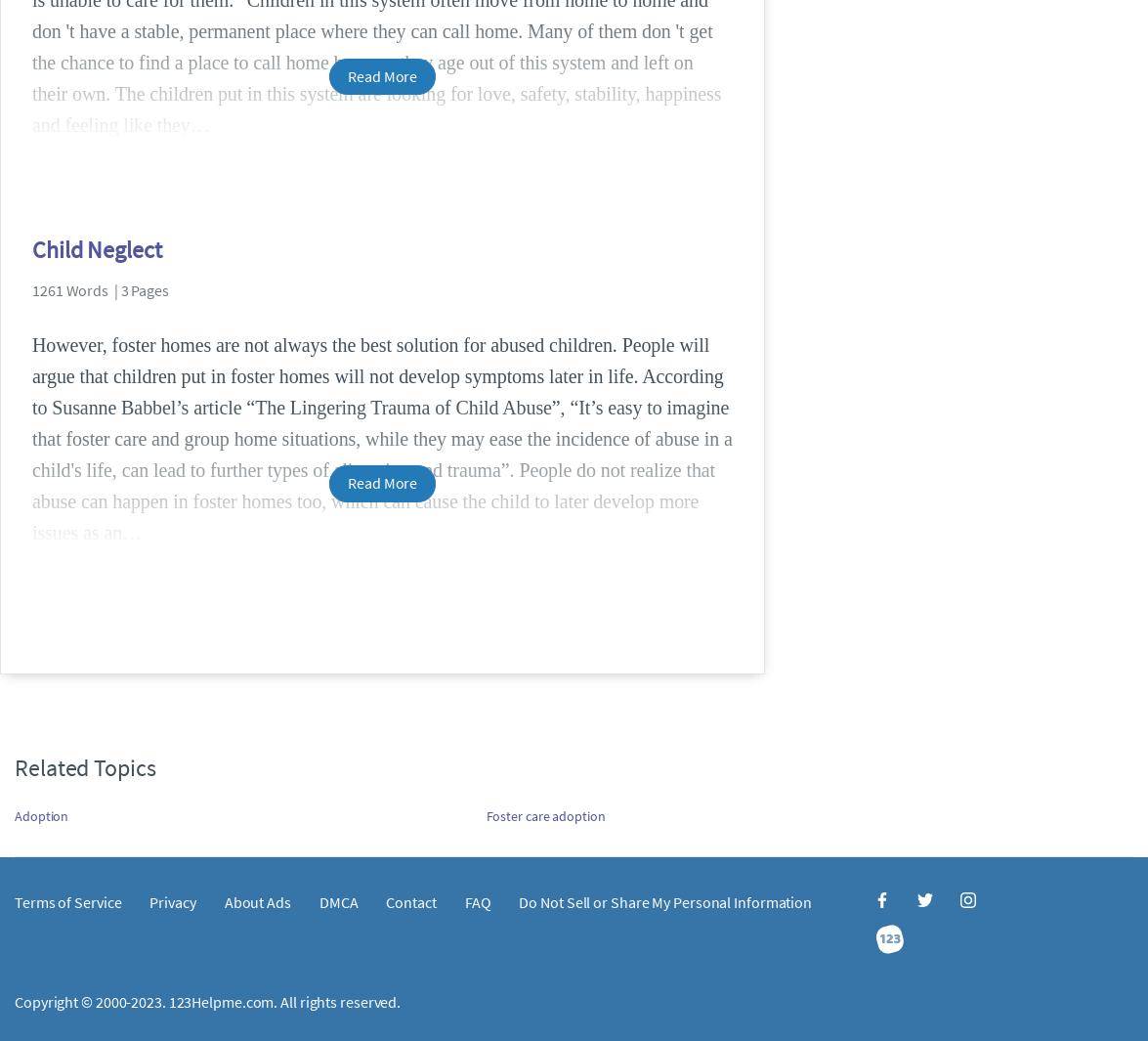 The width and height of the screenshot is (1148, 1041). What do you see at coordinates (84, 766) in the screenshot?
I see `'Related Topics'` at bounding box center [84, 766].